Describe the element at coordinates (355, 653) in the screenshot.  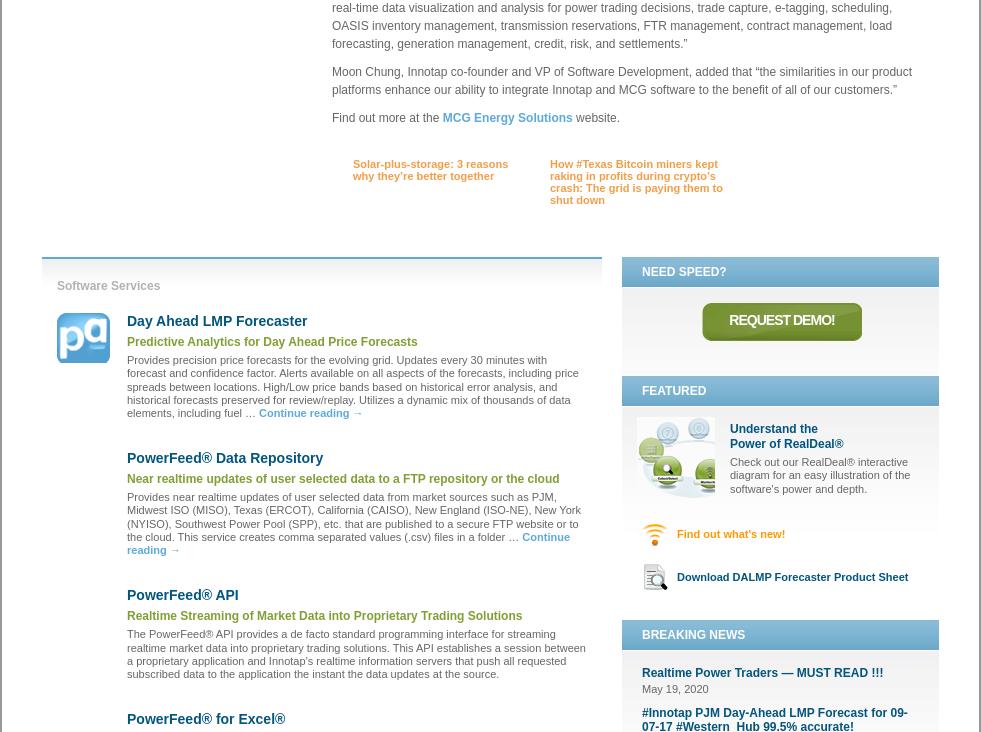
I see `'The PowerFeed® API provides a de facto standard programming interface for streaming realtime market data into proprietary trading solutions. This API establishes a session between a proprietary application and Innotap’s realtime information servers that push all requested subscribed data to the application the instant the data updates at the source.'` at that location.